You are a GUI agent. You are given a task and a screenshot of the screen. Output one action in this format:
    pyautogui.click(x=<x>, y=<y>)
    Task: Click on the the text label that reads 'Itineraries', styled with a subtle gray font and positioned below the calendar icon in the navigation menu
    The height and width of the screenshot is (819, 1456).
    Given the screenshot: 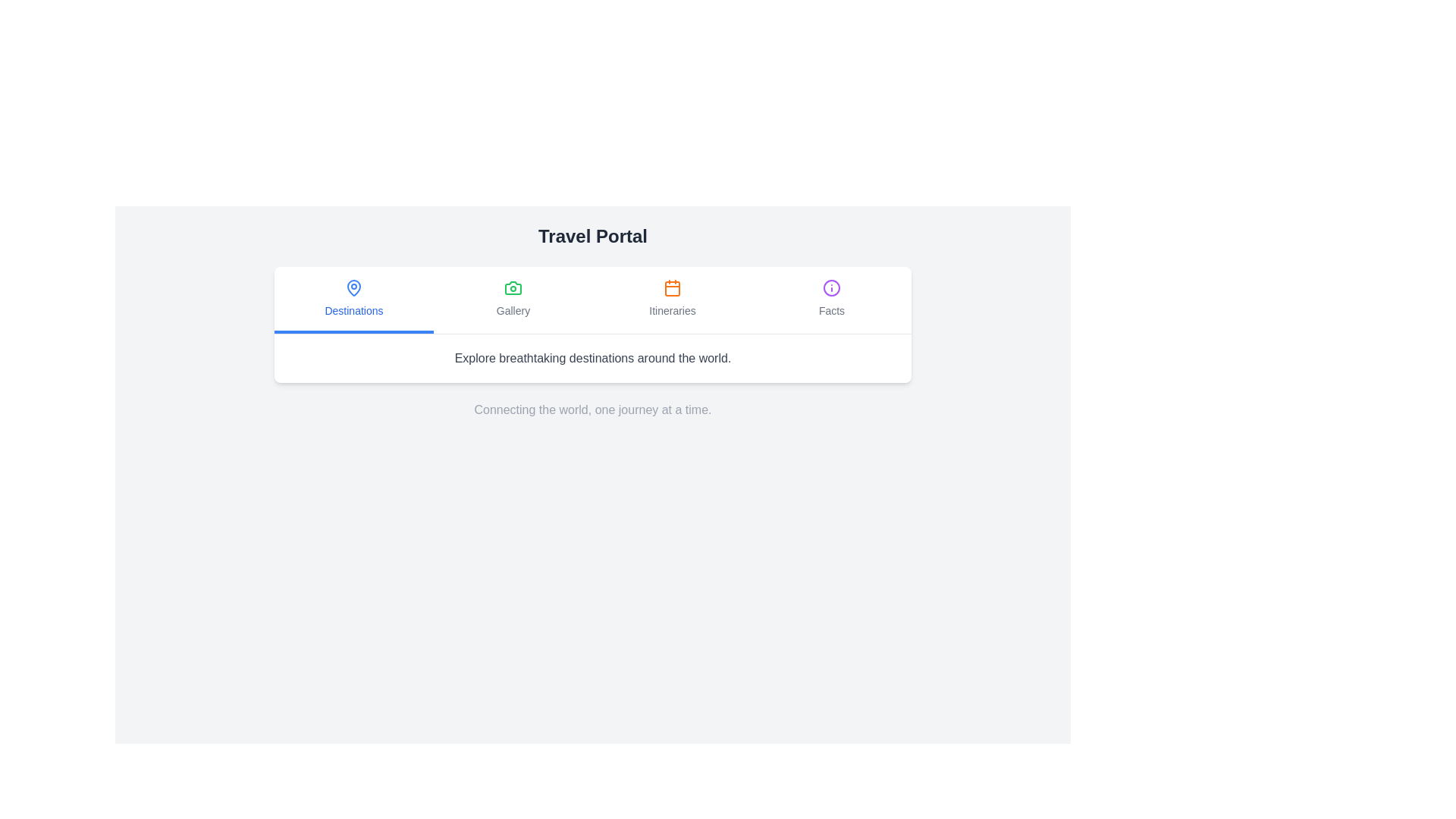 What is the action you would take?
    pyautogui.click(x=672, y=309)
    